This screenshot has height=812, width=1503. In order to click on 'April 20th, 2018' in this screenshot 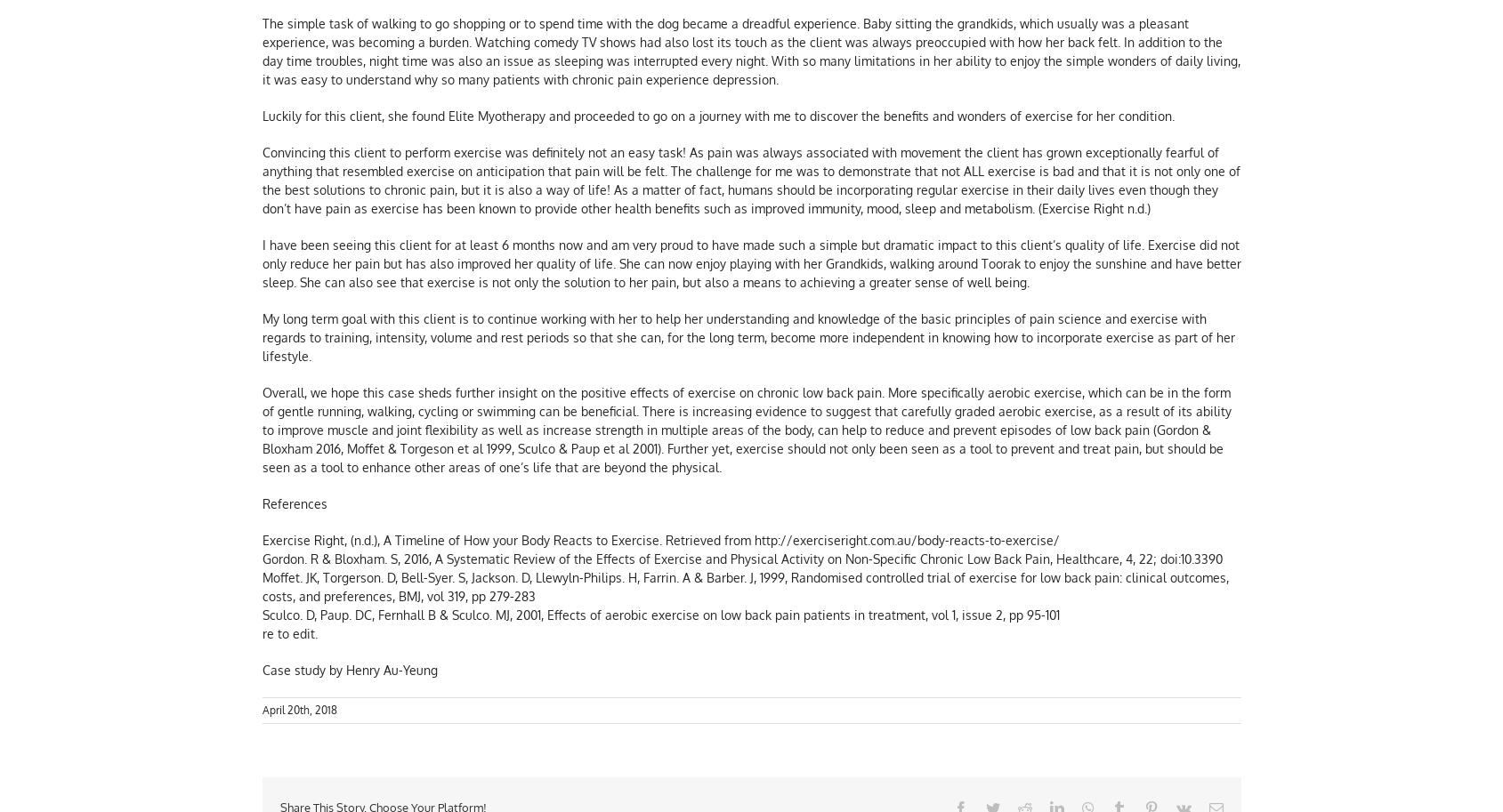, I will do `click(298, 712)`.